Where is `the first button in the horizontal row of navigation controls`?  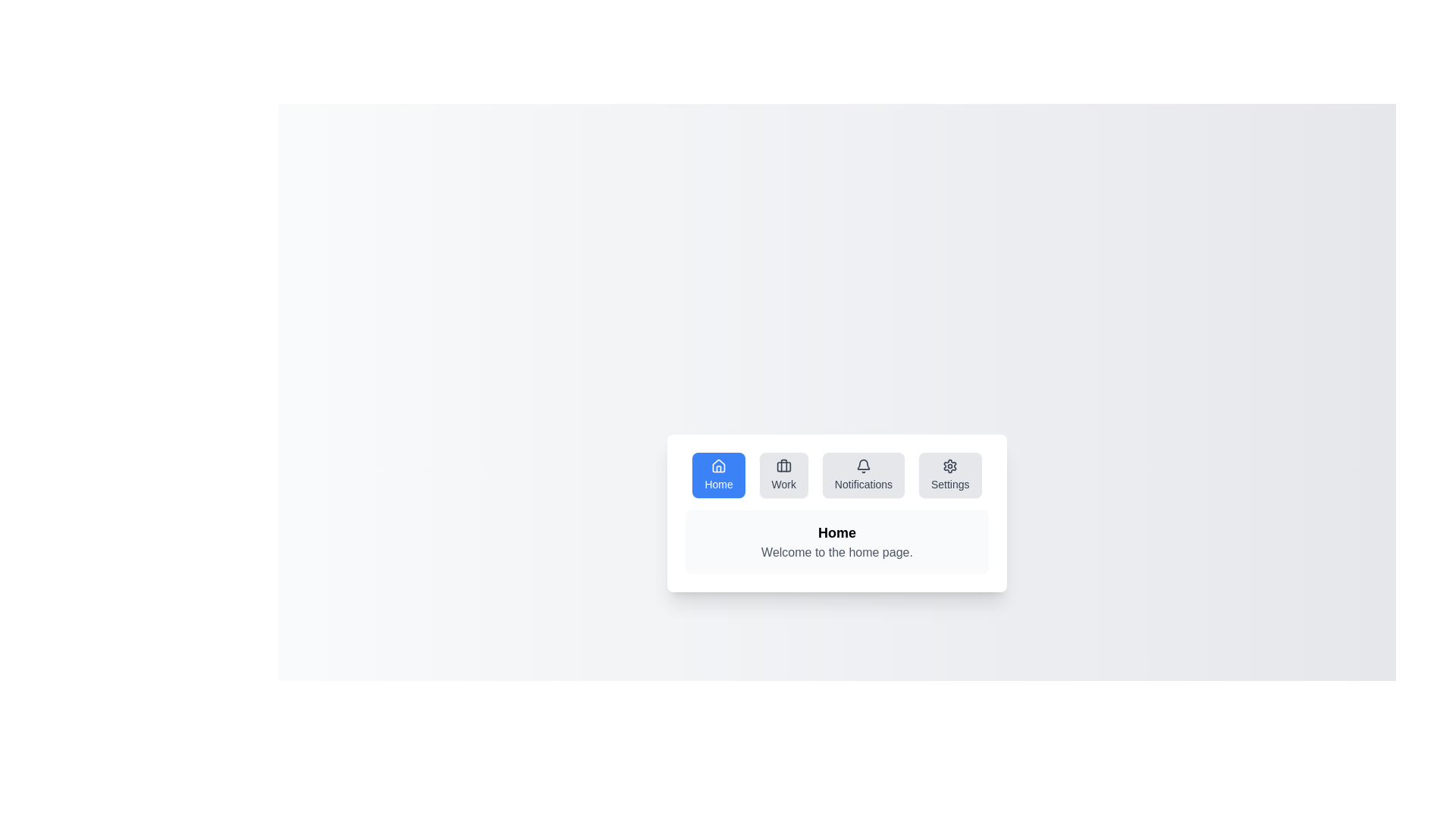 the first button in the horizontal row of navigation controls is located at coordinates (718, 475).